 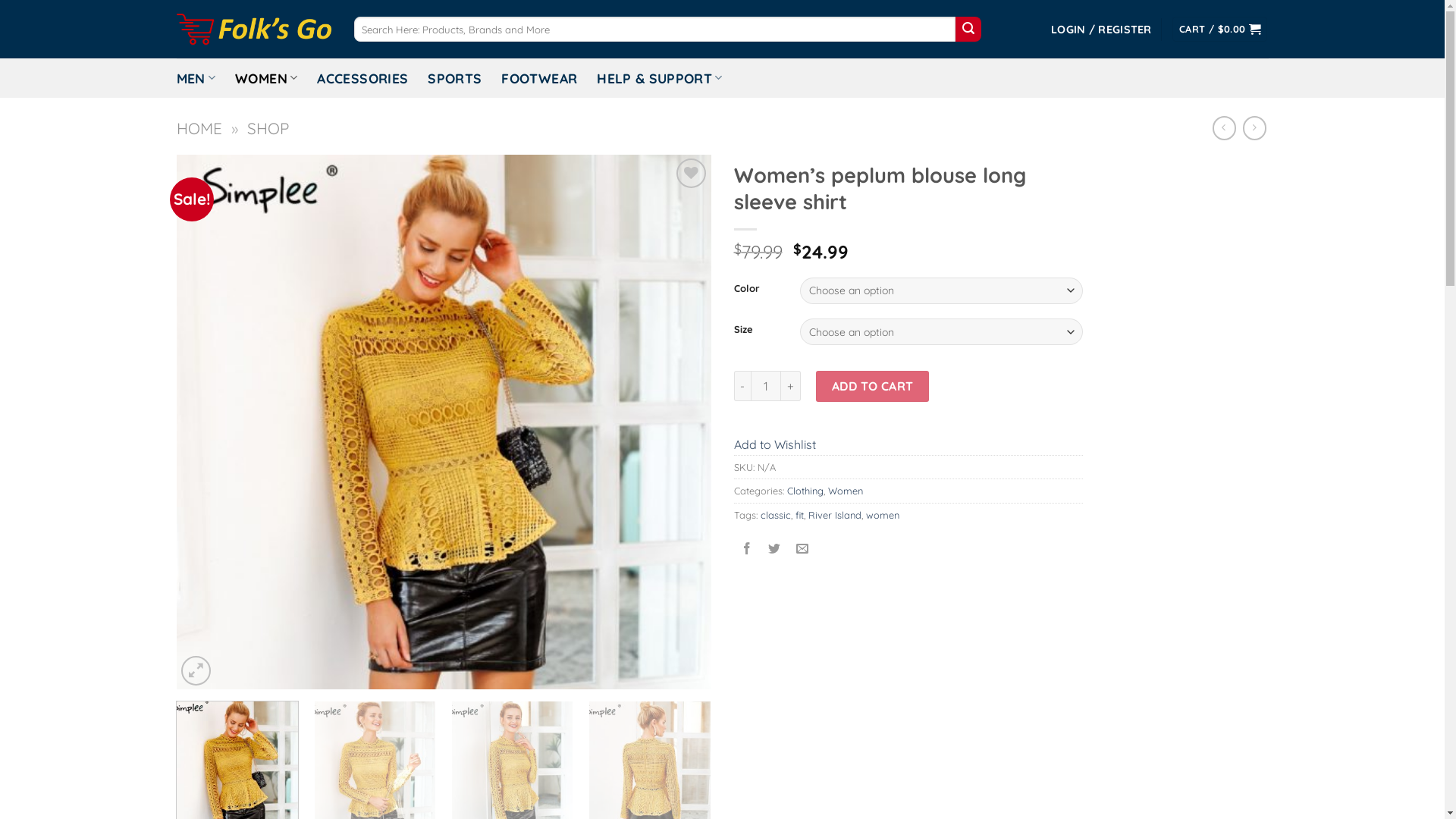 What do you see at coordinates (1101, 29) in the screenshot?
I see `'LOGIN / REGISTER'` at bounding box center [1101, 29].